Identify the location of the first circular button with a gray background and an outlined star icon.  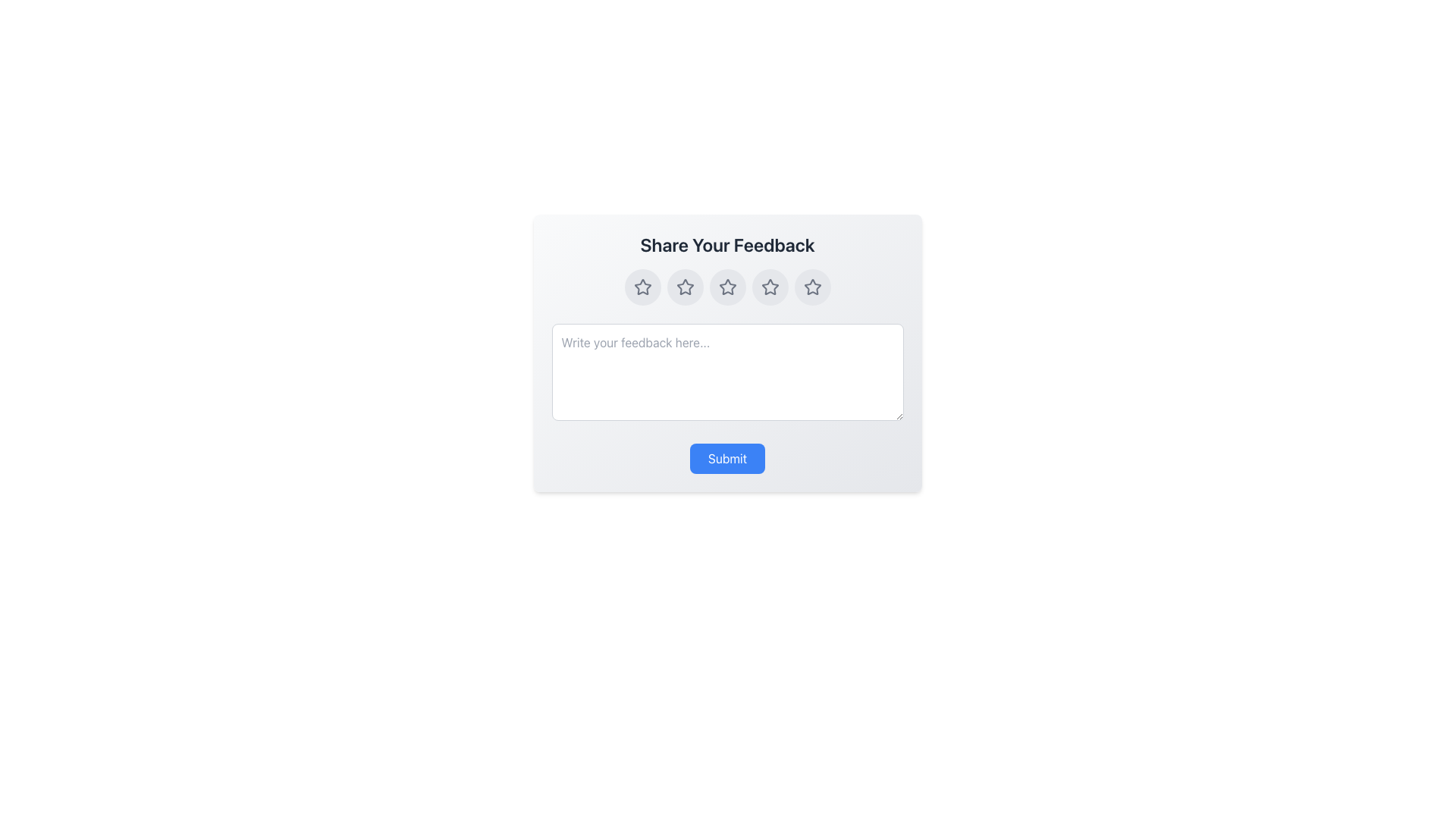
(642, 287).